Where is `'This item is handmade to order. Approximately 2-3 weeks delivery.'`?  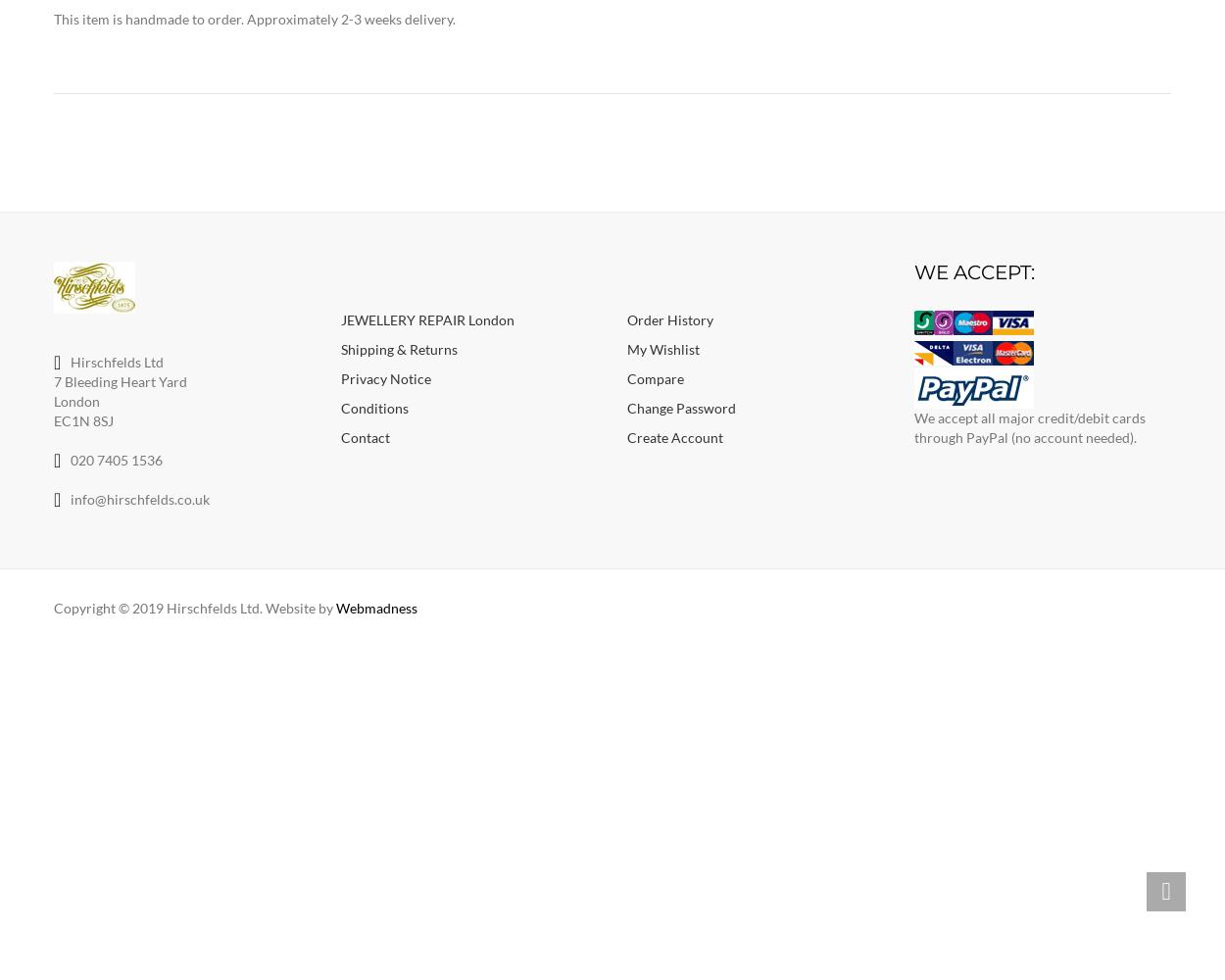 'This item is handmade to order. Approximately 2-3 weeks delivery.' is located at coordinates (255, 18).